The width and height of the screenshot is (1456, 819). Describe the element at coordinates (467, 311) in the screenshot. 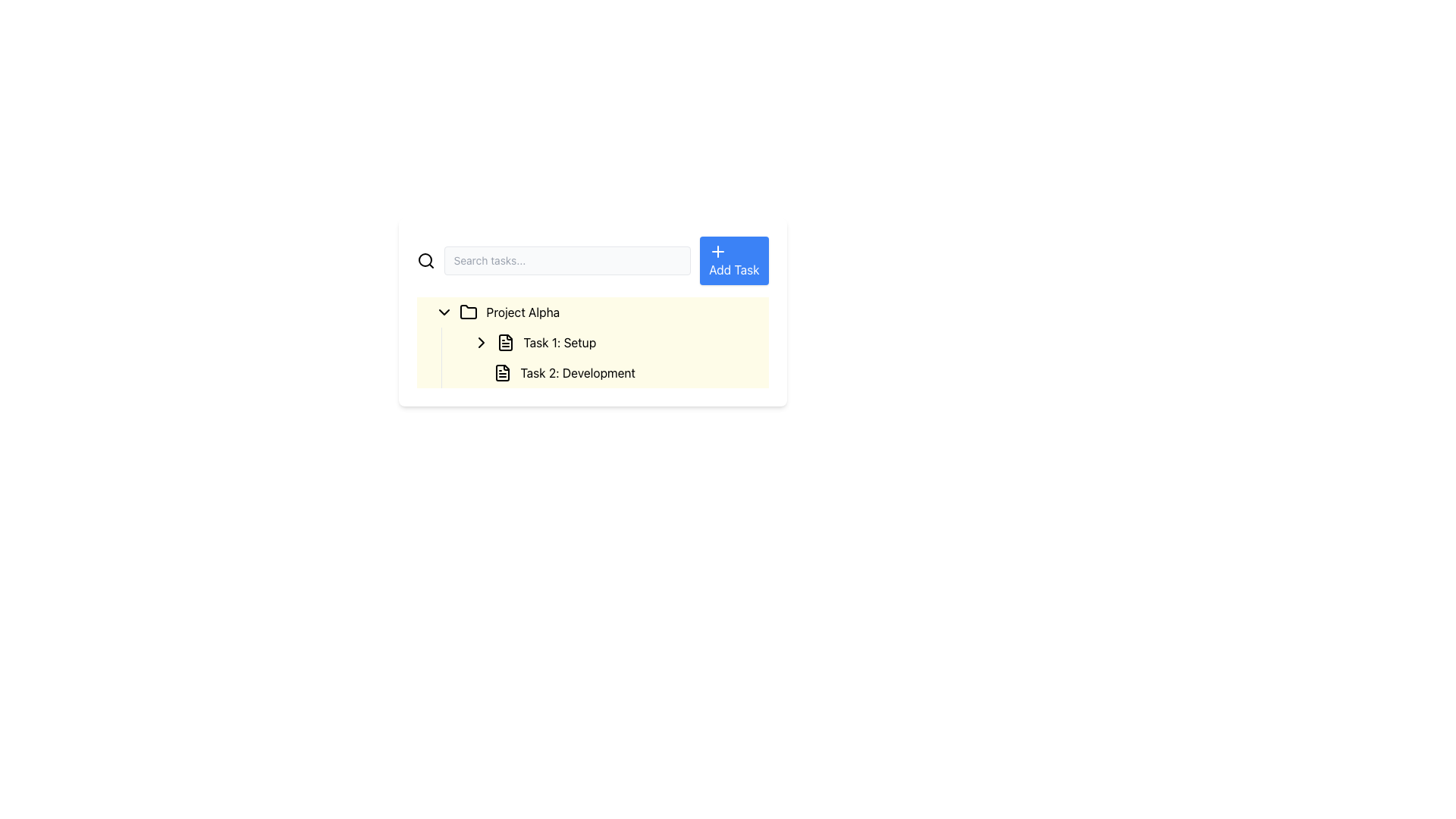

I see `the folder icon representing the project 'Project Alpha', which is located to the left of its label in the first row of the task management list` at that location.